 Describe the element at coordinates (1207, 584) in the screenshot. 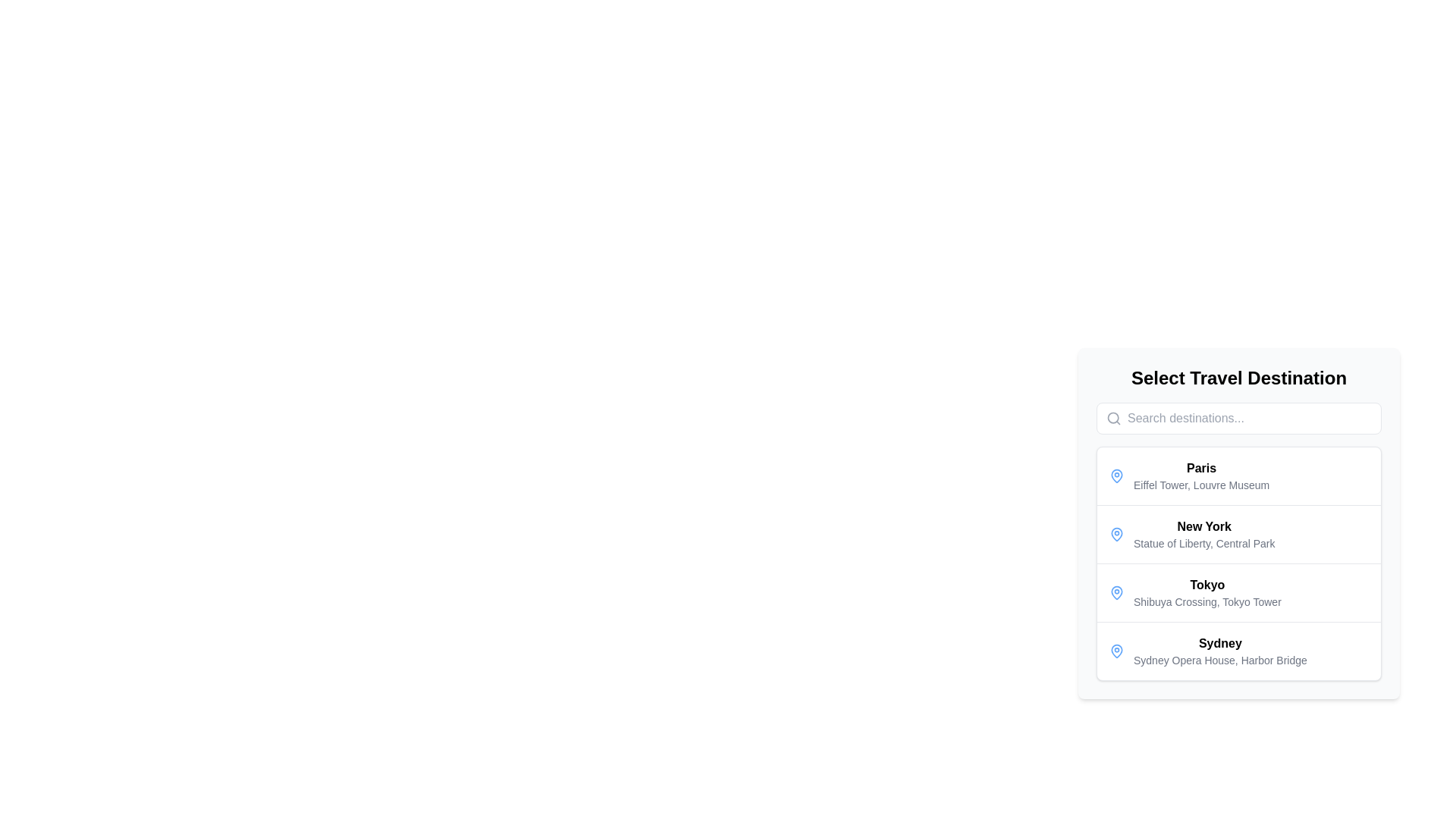

I see `text label for the travel destination entry titled 'Shibuya Crossing, Tokyo Tower', which is the third item in the card-style list under 'Select Travel Destination'` at that location.